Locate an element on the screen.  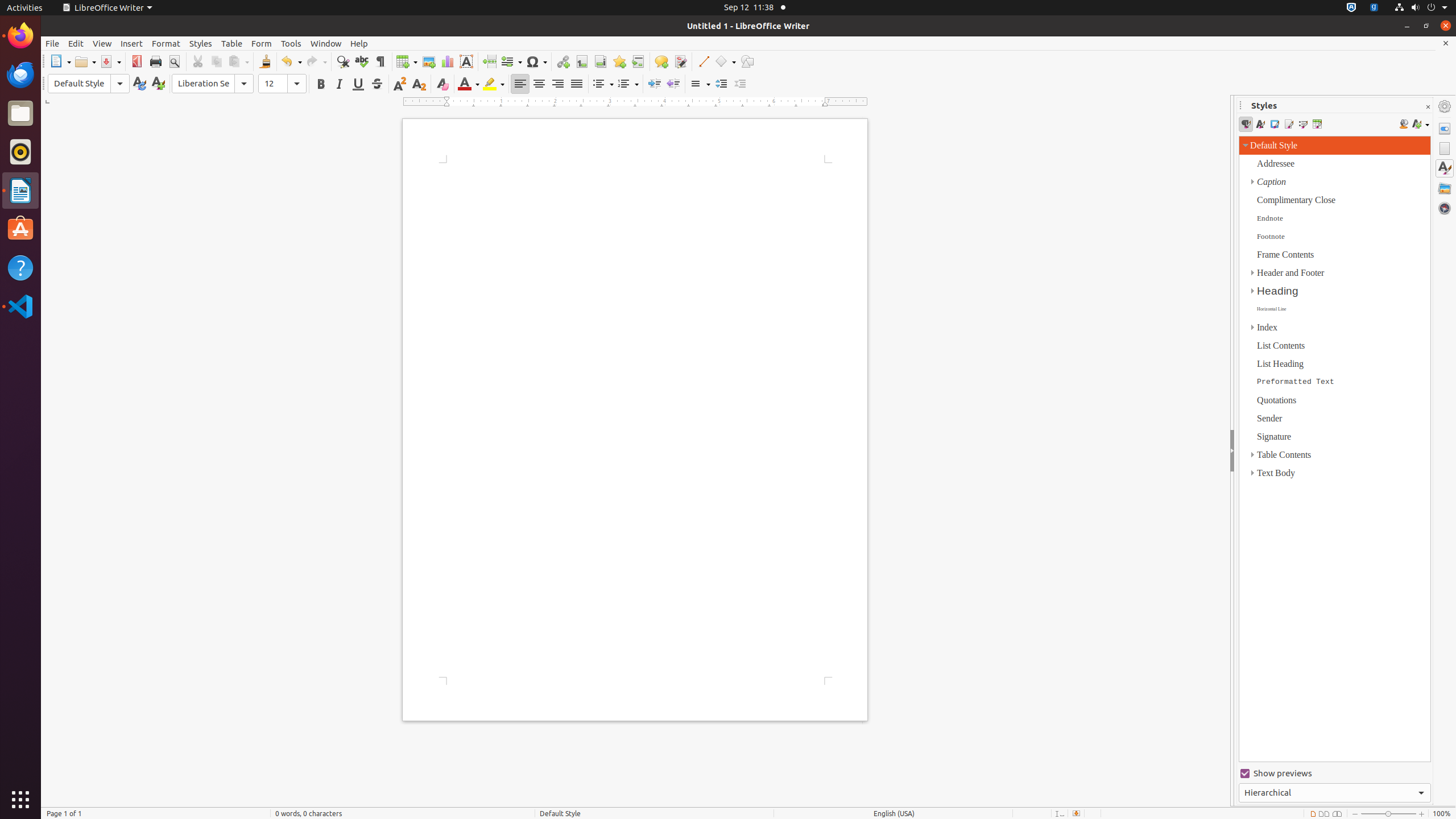
'Cross-reference' is located at coordinates (638, 61).